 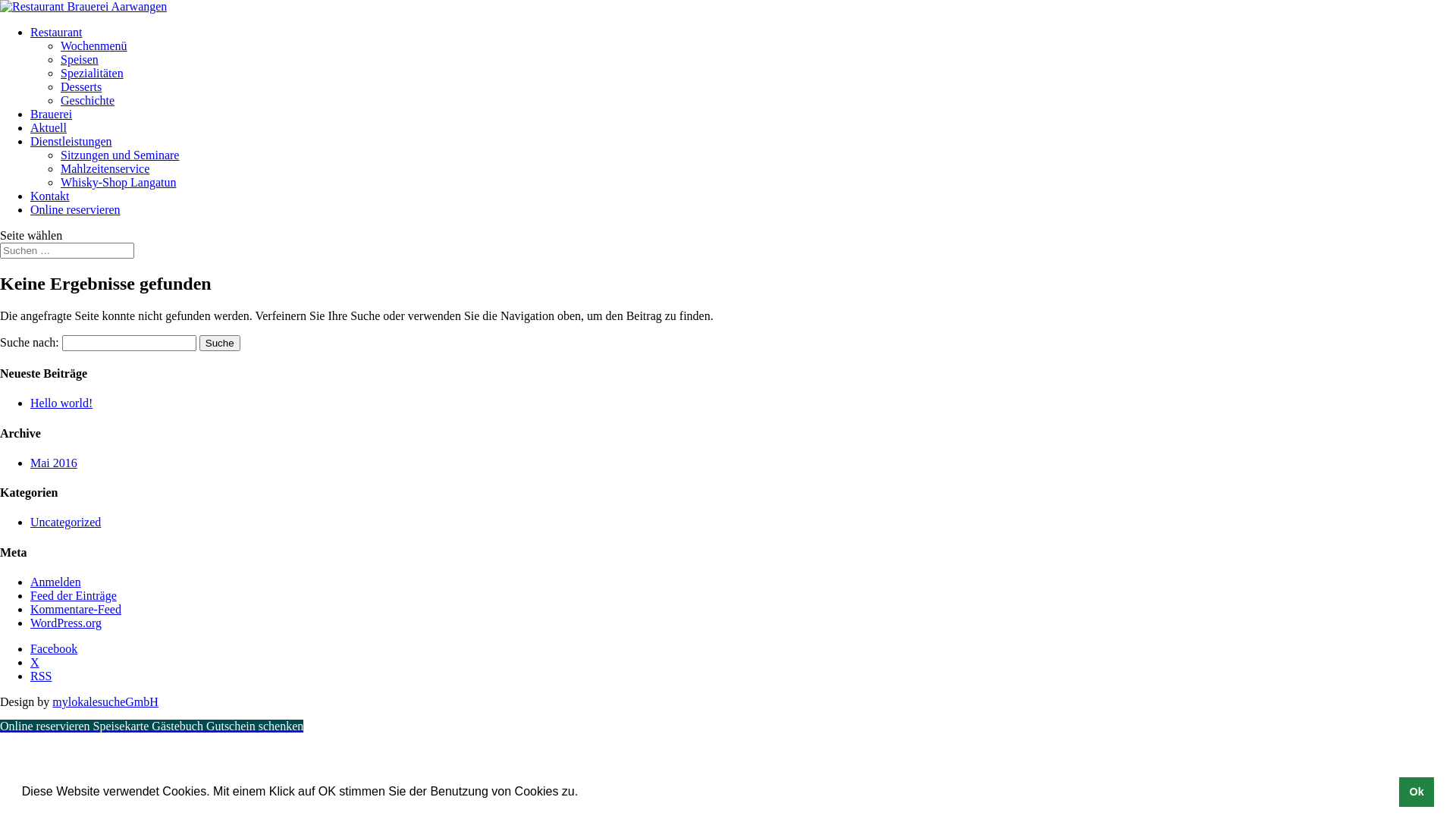 I want to click on 'Whisky-Shop Langatun', so click(x=61, y=181).